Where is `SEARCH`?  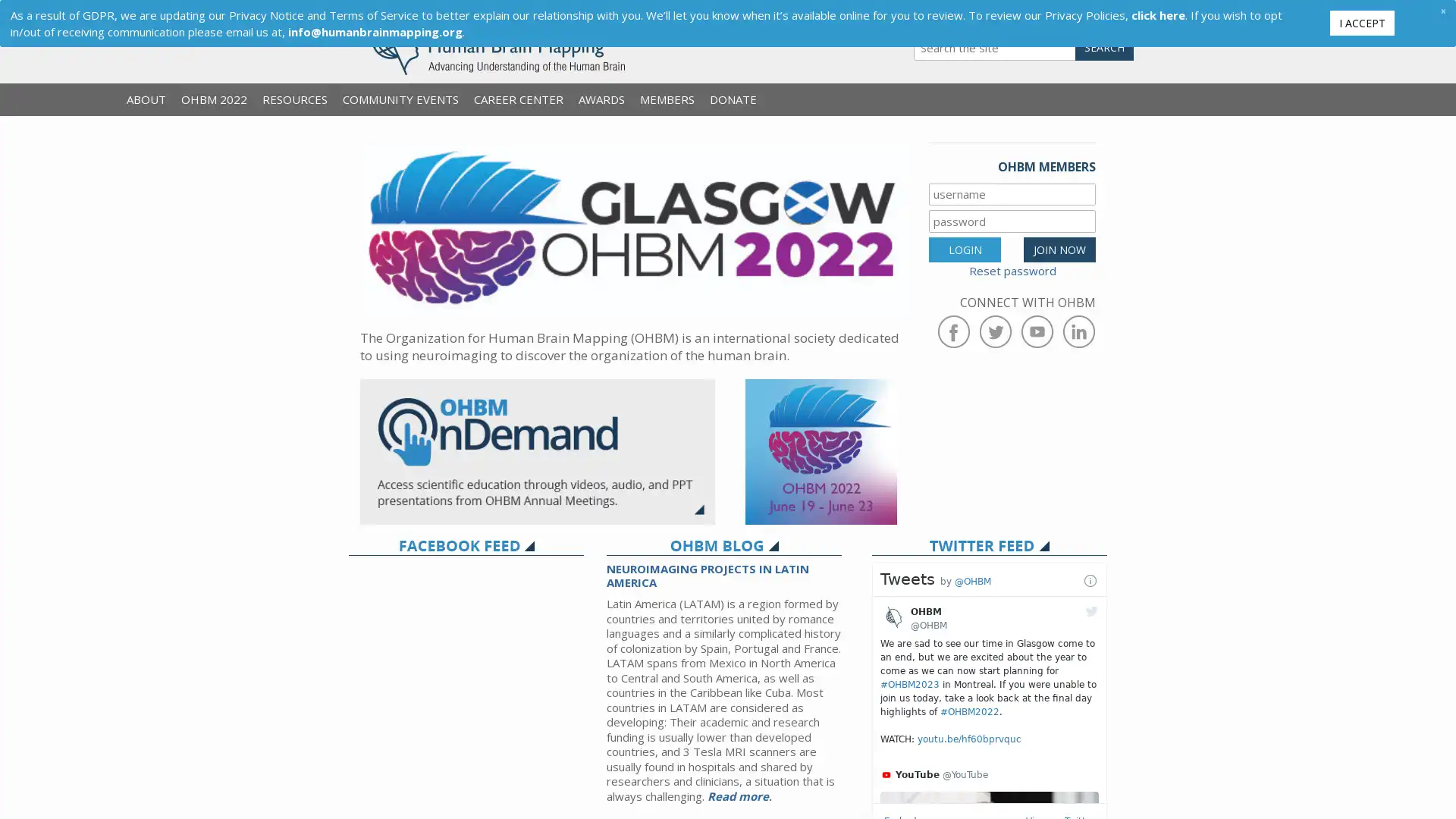 SEARCH is located at coordinates (1104, 46).